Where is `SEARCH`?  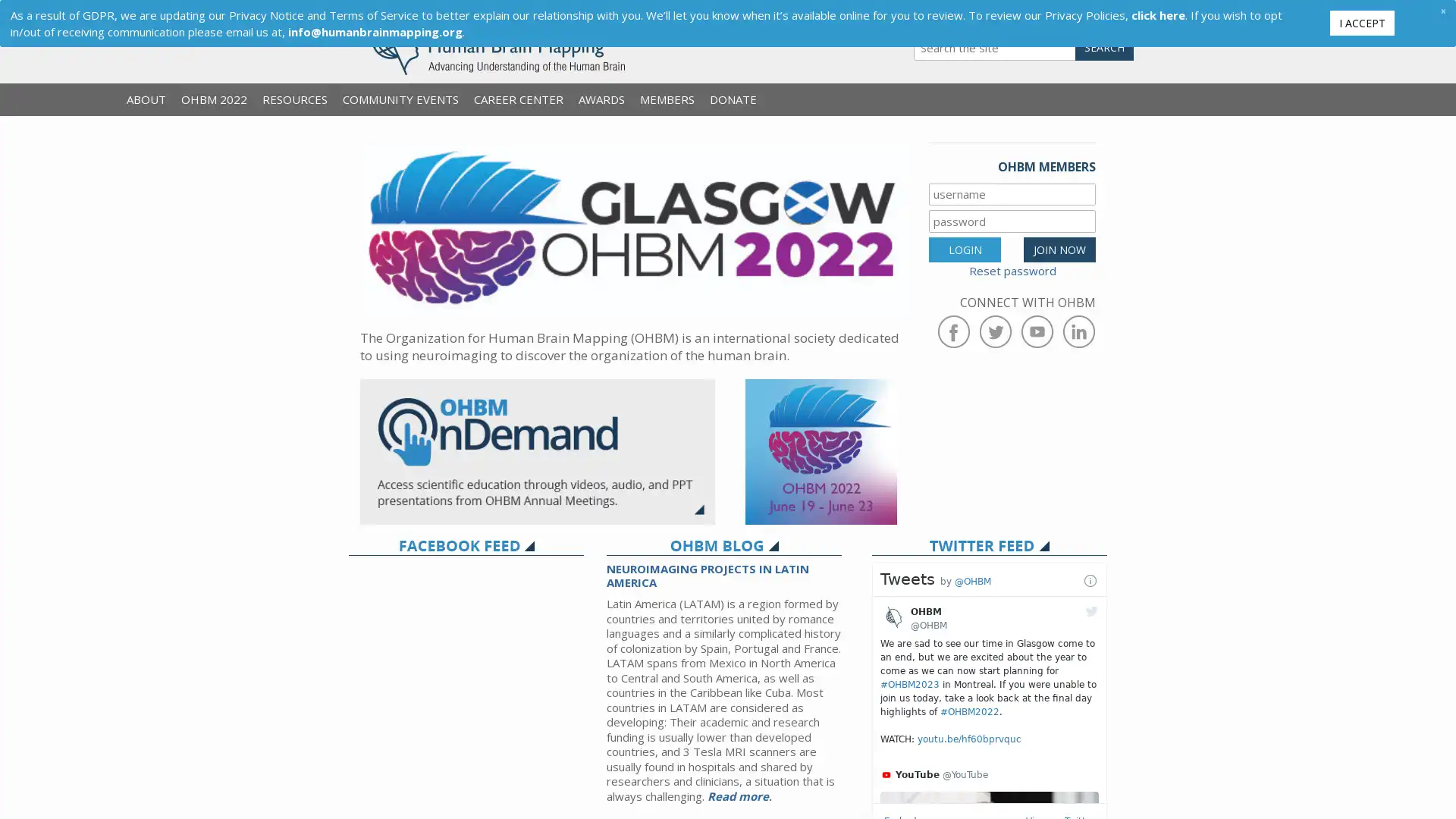 SEARCH is located at coordinates (1104, 46).